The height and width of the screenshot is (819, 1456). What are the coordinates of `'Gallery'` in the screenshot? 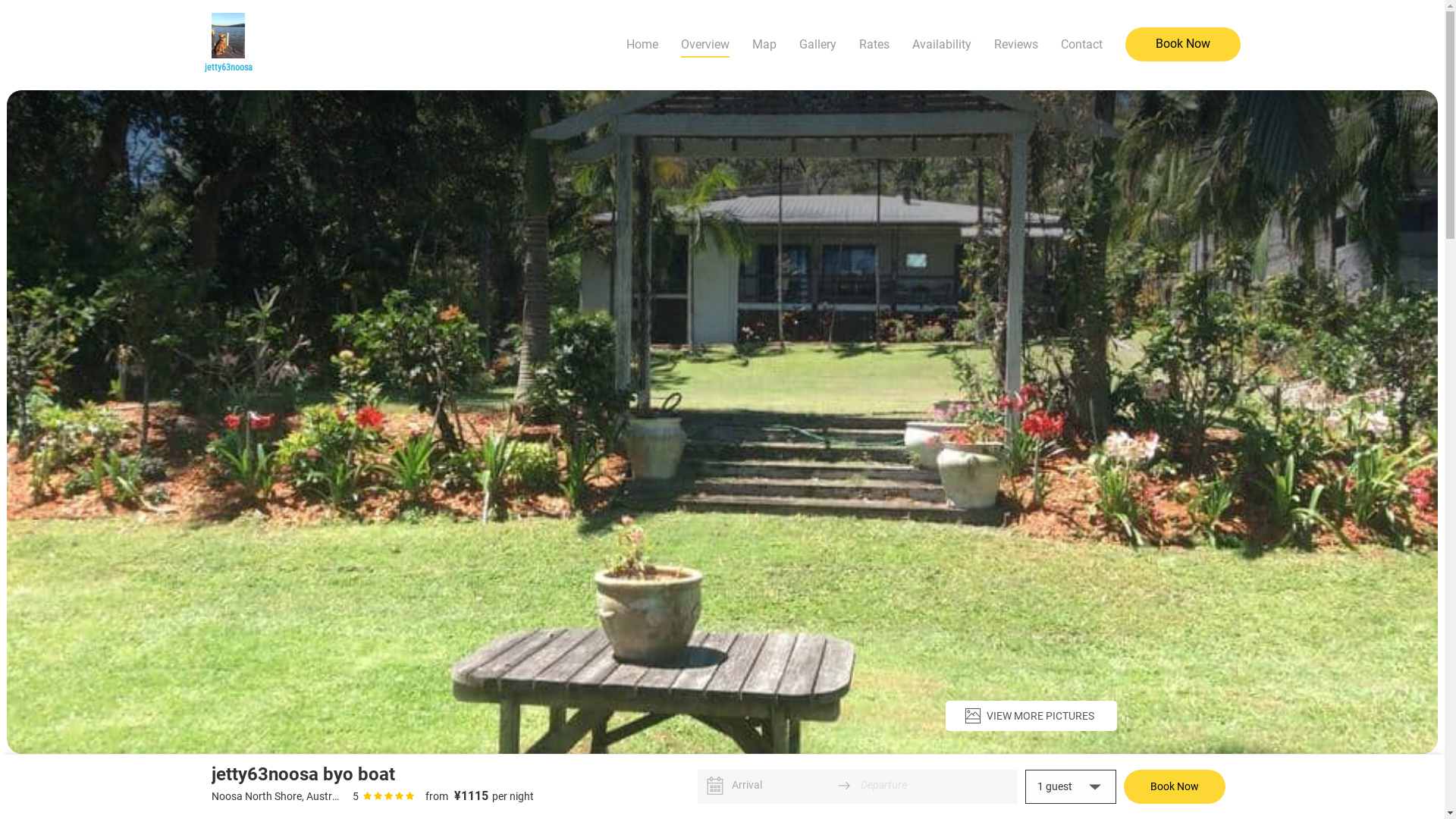 It's located at (817, 43).